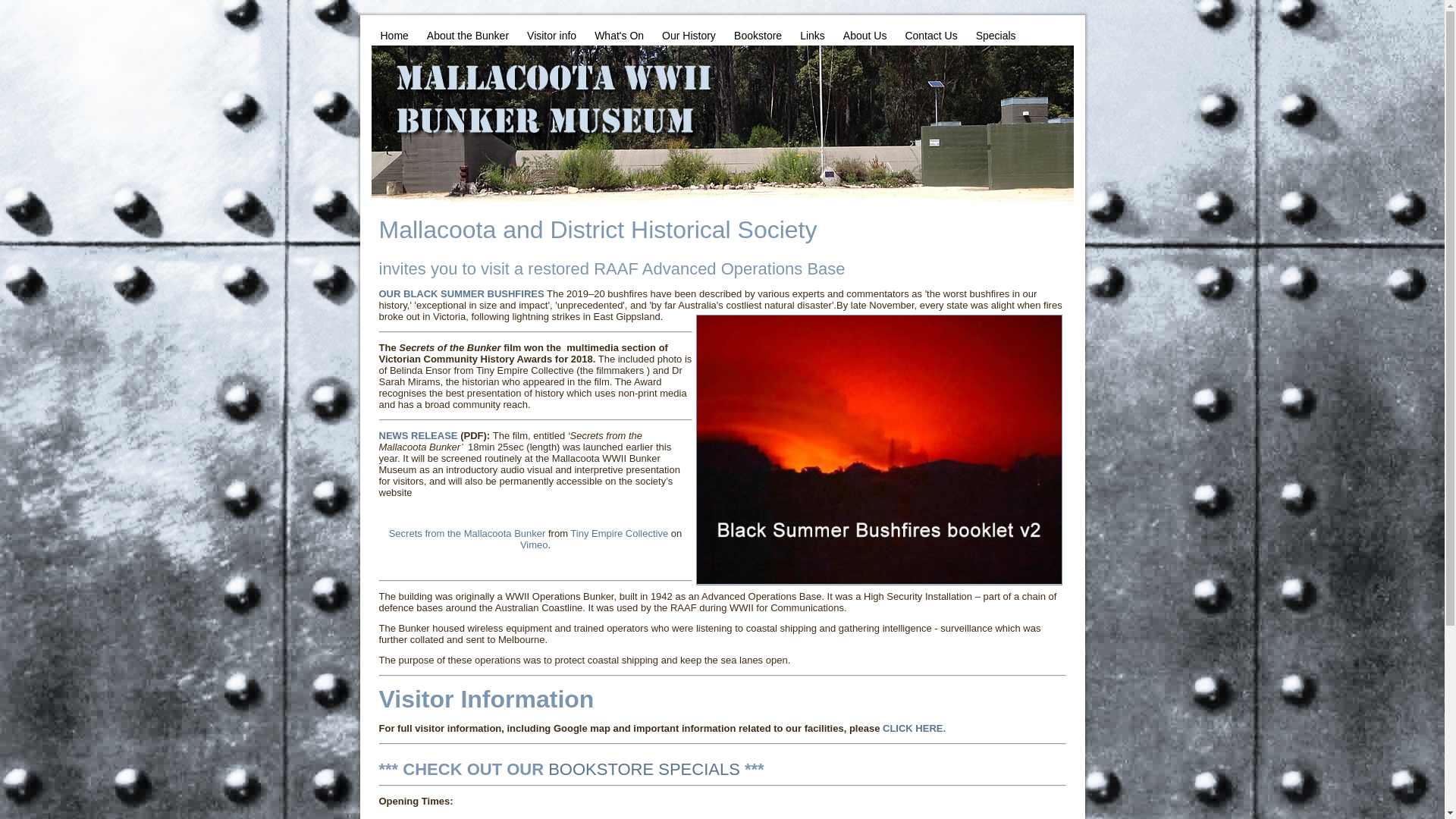 The width and height of the screenshot is (1456, 819). What do you see at coordinates (394, 35) in the screenshot?
I see `'Home'` at bounding box center [394, 35].